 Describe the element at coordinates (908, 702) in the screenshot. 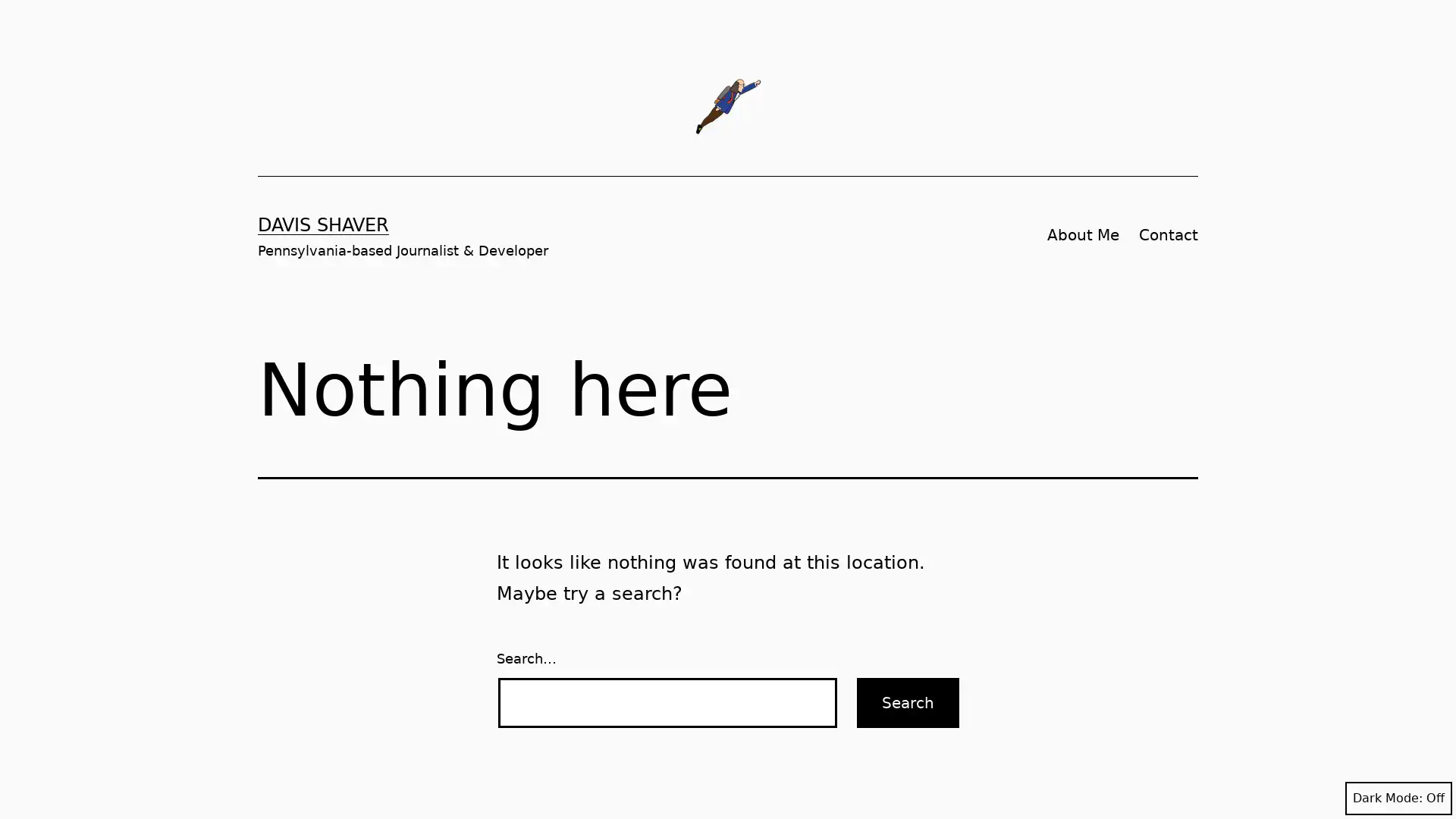

I see `Search` at that location.